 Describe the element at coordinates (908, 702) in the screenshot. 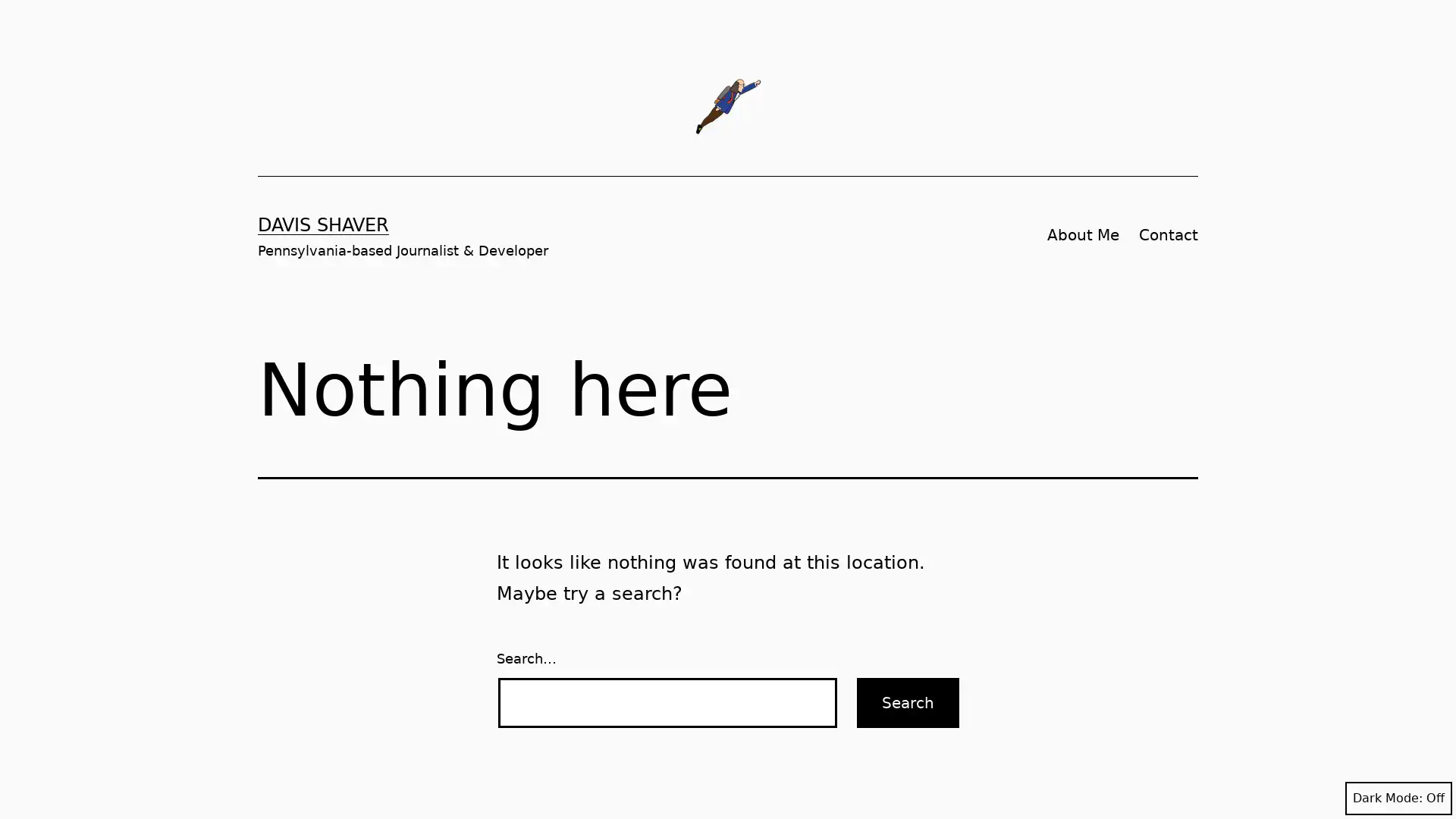

I see `Search` at that location.